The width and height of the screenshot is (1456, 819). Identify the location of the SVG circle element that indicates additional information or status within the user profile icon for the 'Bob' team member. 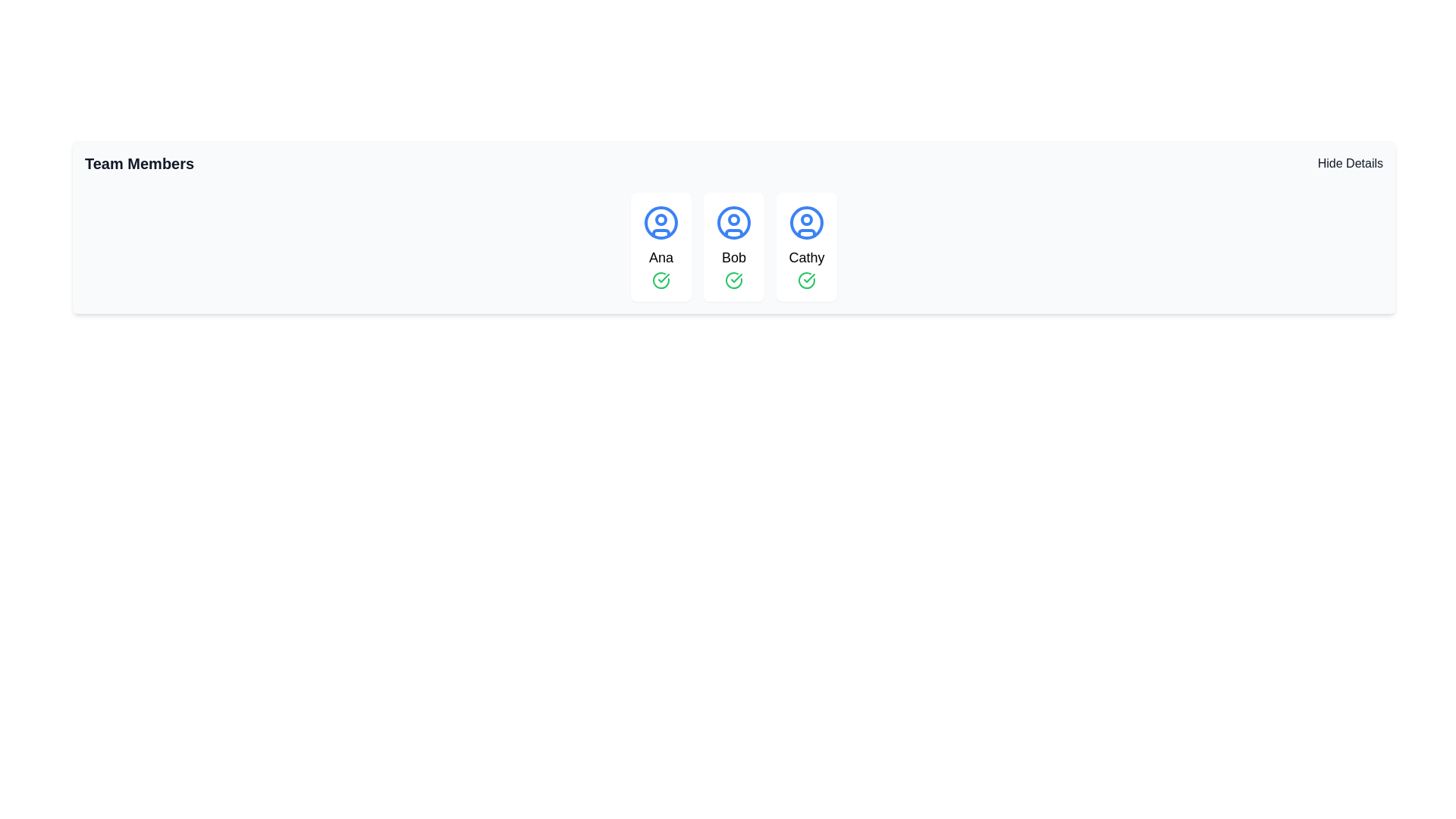
(734, 219).